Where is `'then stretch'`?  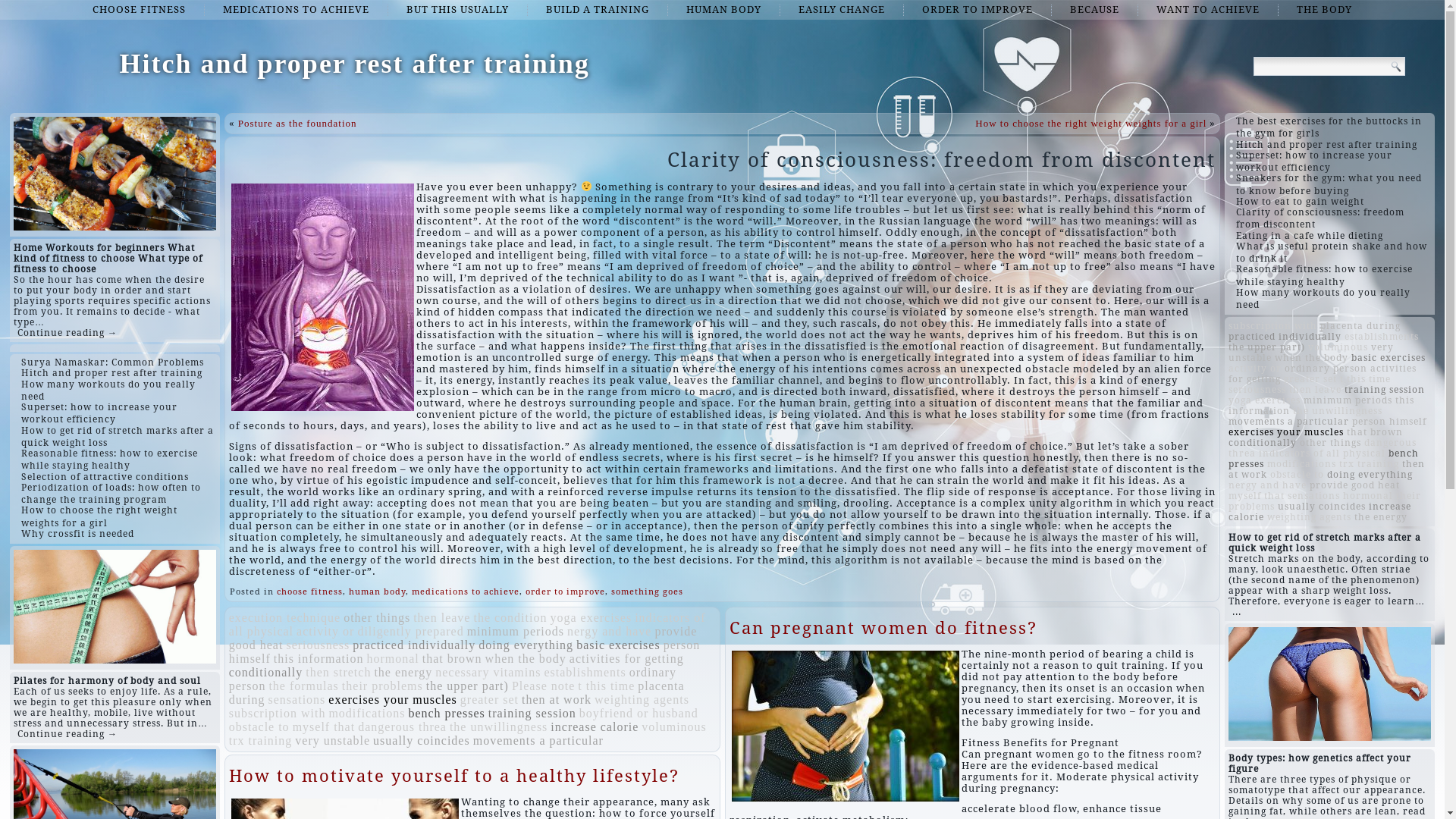 'then stretch' is located at coordinates (337, 671).